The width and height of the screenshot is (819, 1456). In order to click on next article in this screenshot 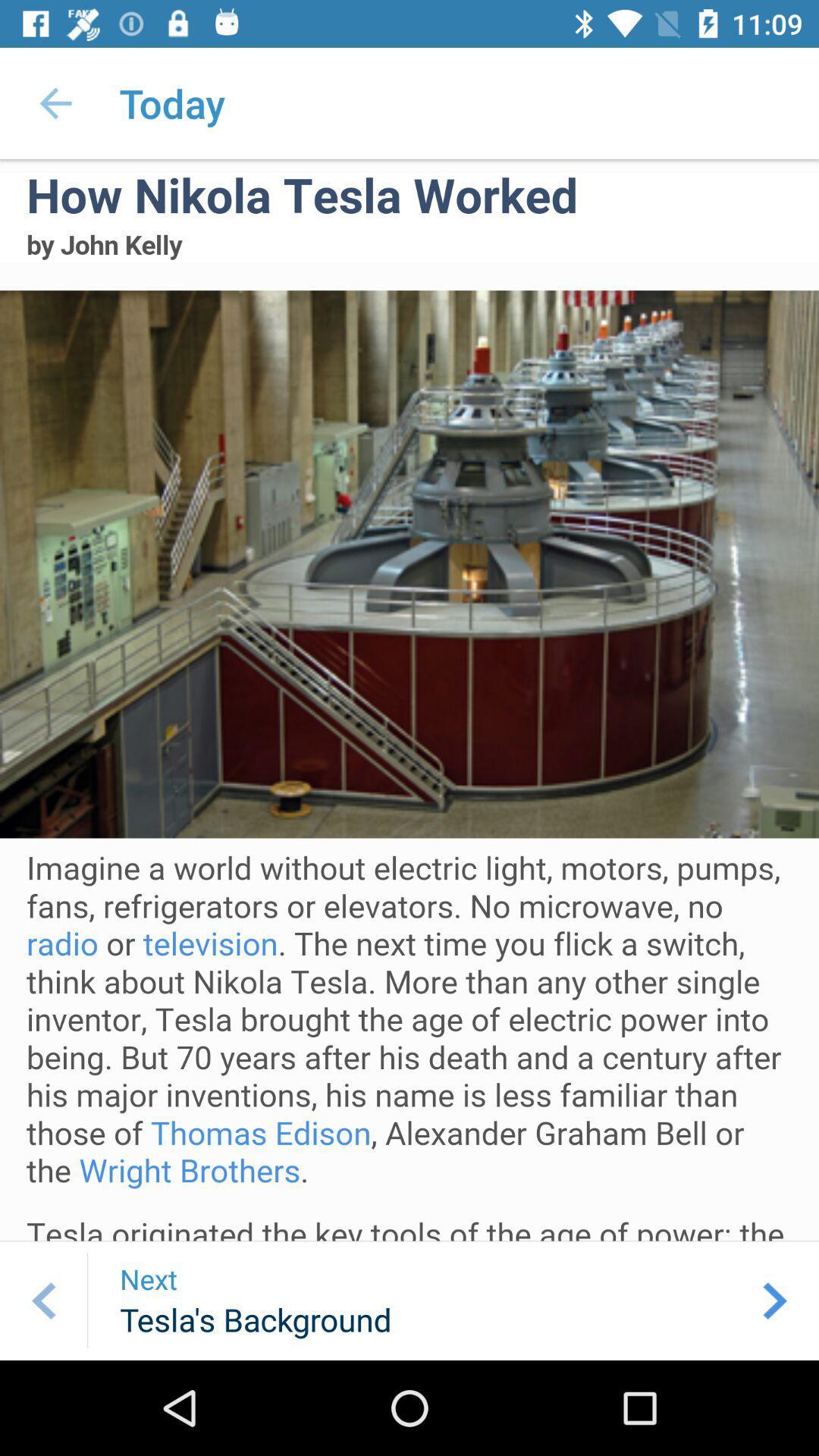, I will do `click(775, 1300)`.